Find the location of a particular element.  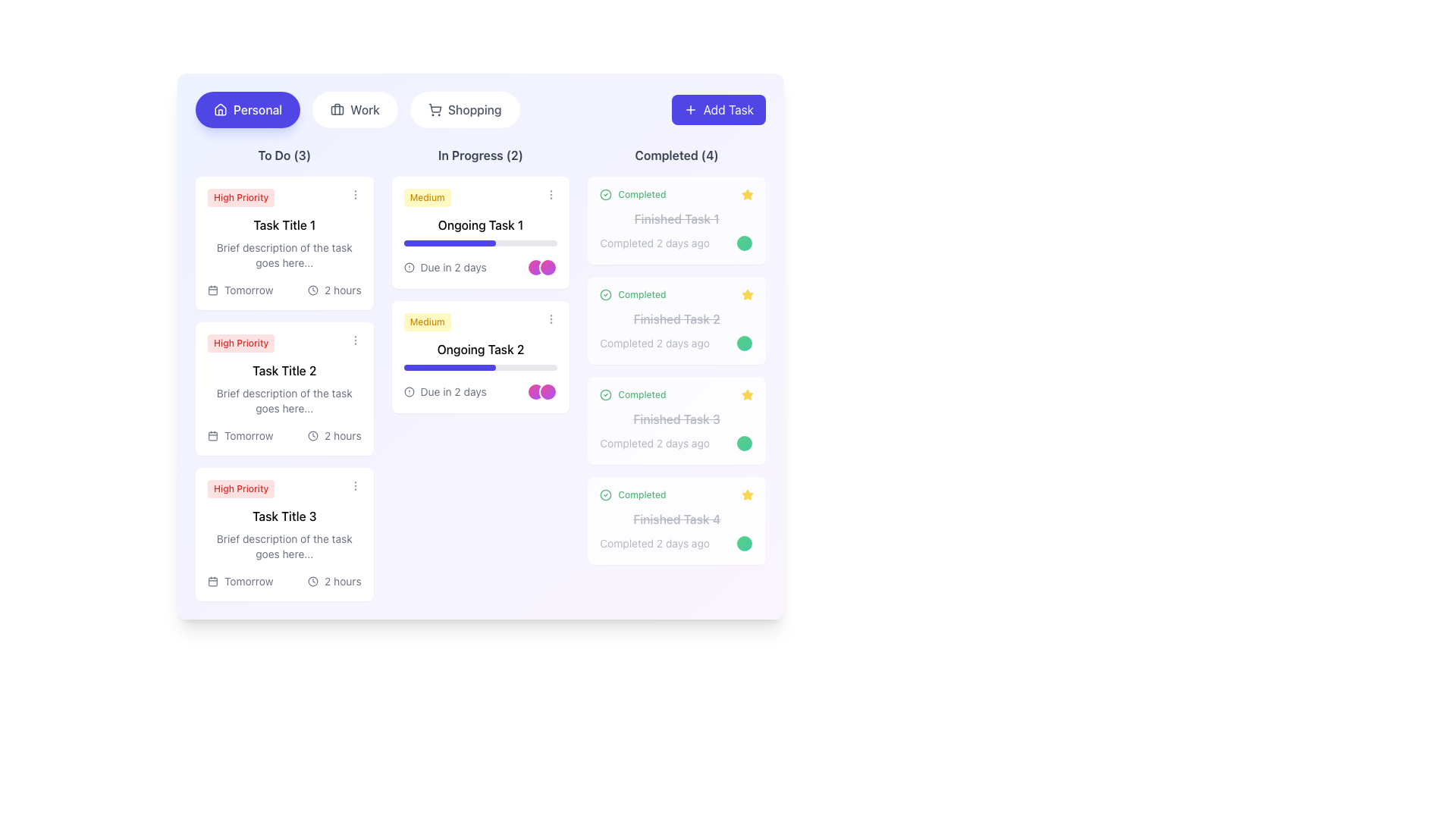

the yellow filled star icon located in the 'Completed Tasks' section next to 'Finished Task 2' is located at coordinates (747, 193).